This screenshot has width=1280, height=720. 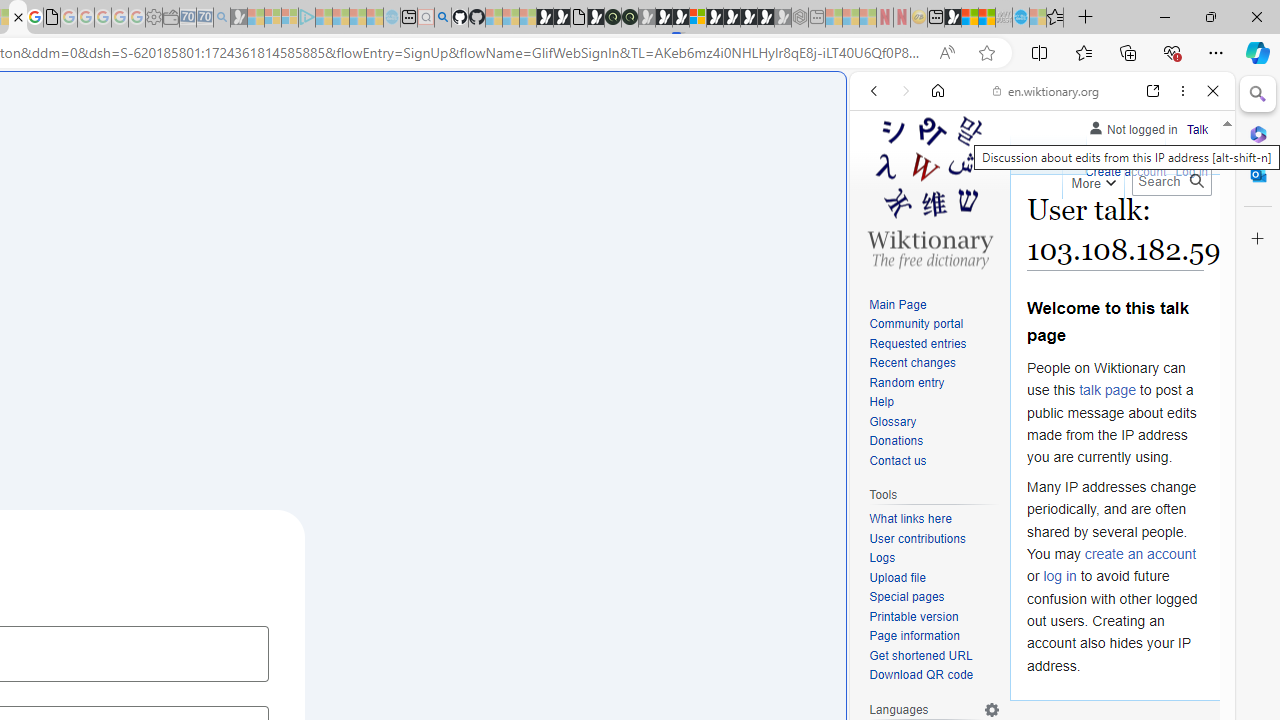 I want to click on 'Random entry', so click(x=905, y=382).